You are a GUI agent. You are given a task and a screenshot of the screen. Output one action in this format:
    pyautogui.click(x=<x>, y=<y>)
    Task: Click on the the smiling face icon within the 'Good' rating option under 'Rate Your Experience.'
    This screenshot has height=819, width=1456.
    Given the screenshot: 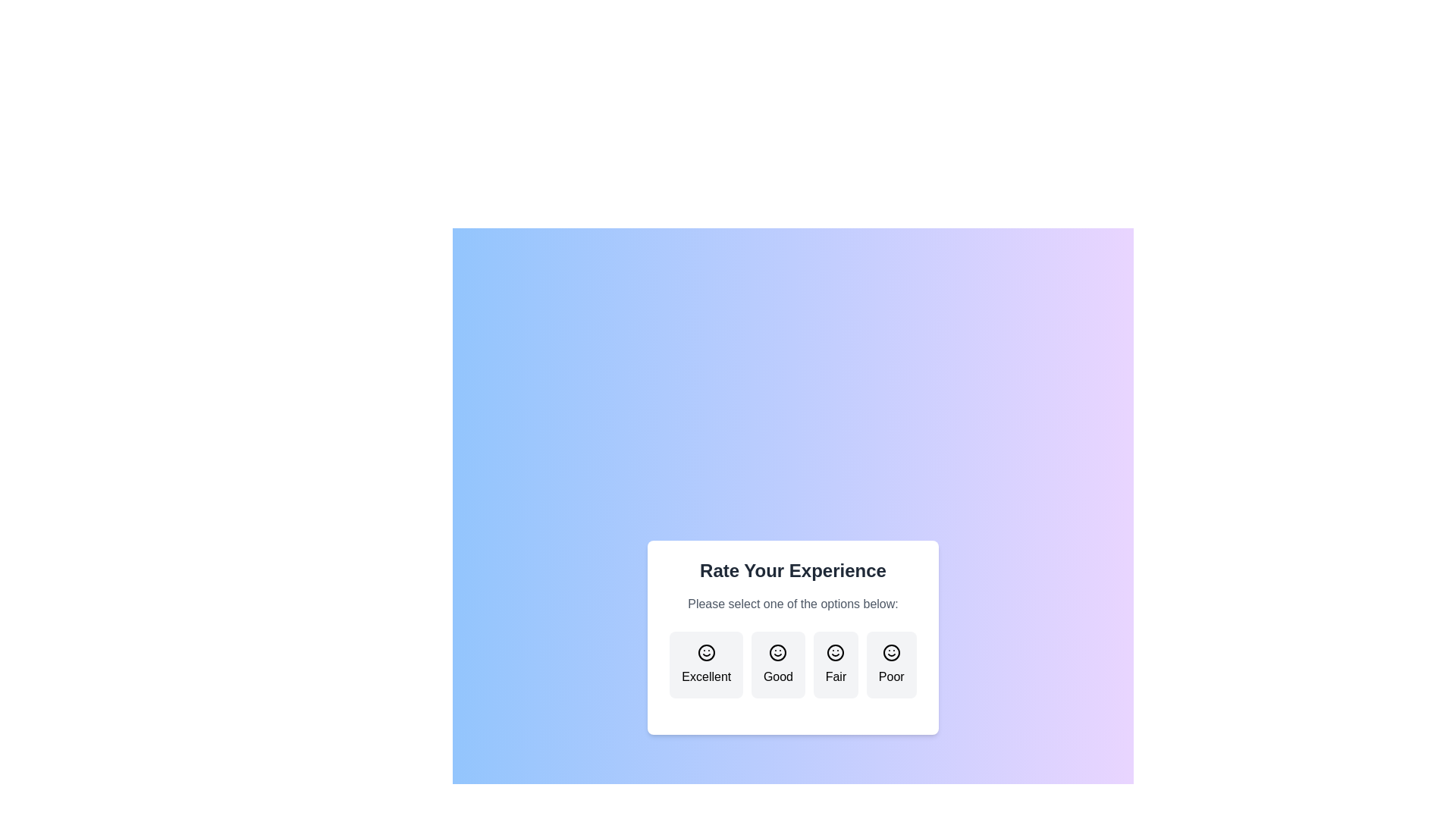 What is the action you would take?
    pyautogui.click(x=778, y=651)
    